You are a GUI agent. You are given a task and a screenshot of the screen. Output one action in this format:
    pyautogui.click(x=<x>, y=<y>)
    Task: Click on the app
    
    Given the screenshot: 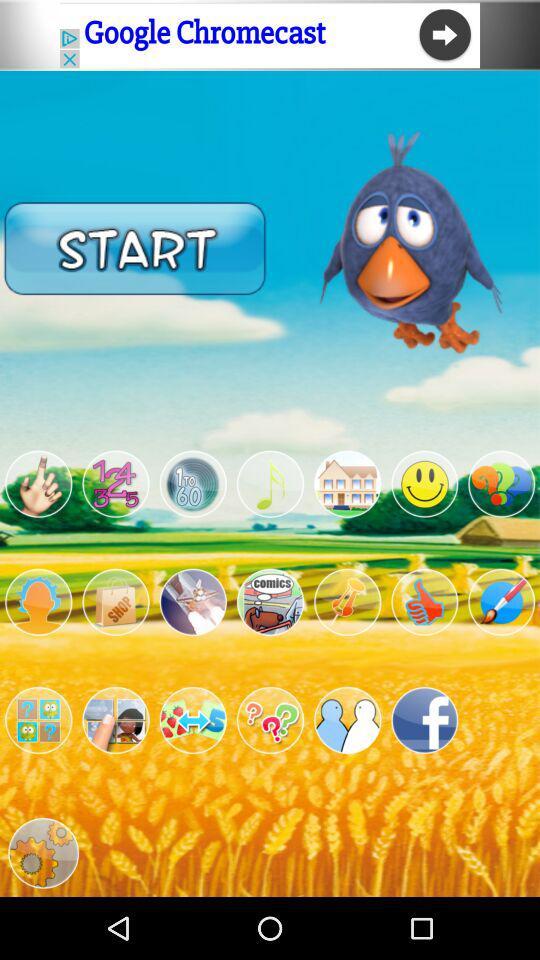 What is the action you would take?
    pyautogui.click(x=500, y=601)
    